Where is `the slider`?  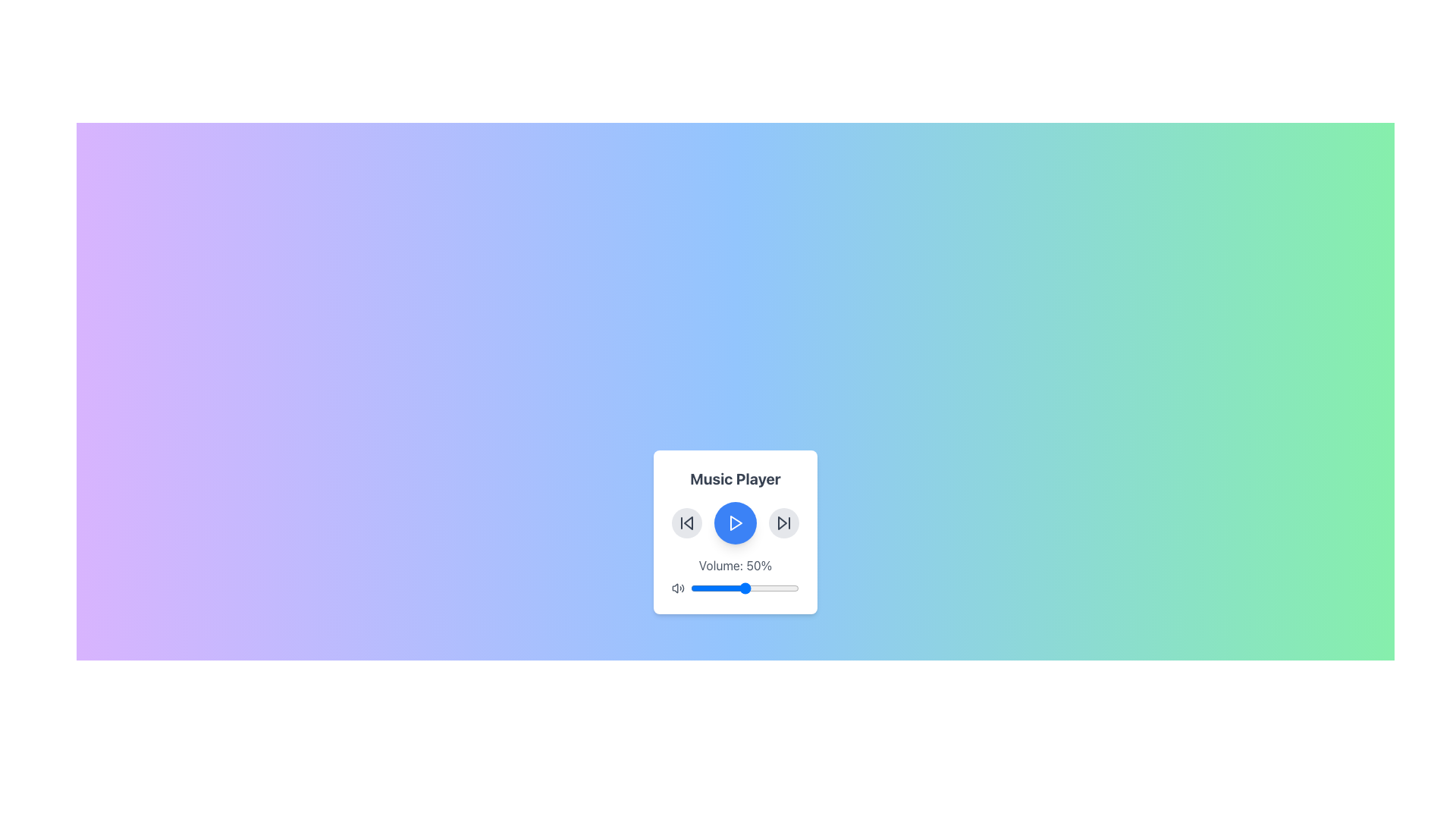 the slider is located at coordinates (730, 587).